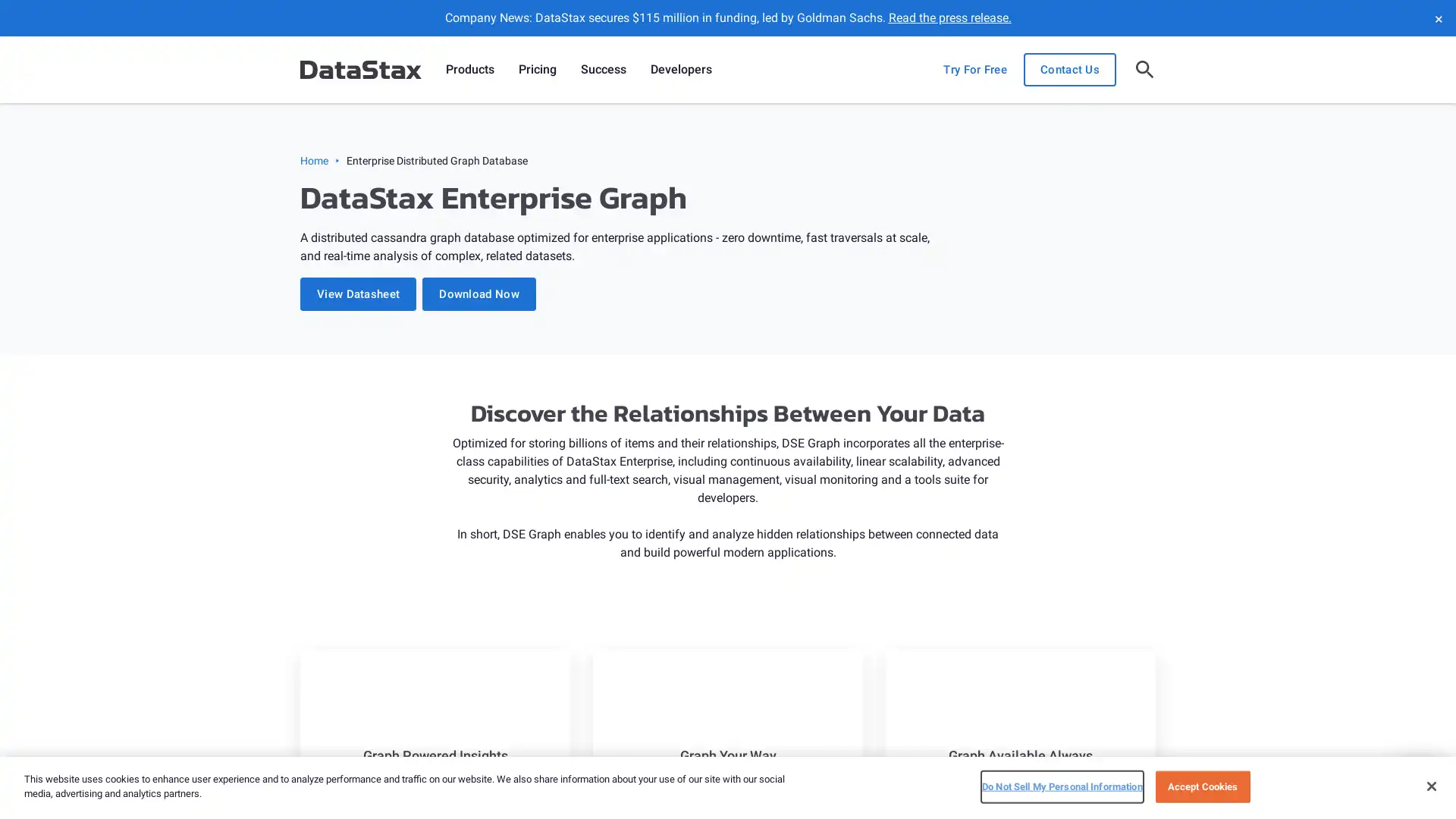 This screenshot has height=819, width=1456. I want to click on Accept Cookies, so click(1201, 786).